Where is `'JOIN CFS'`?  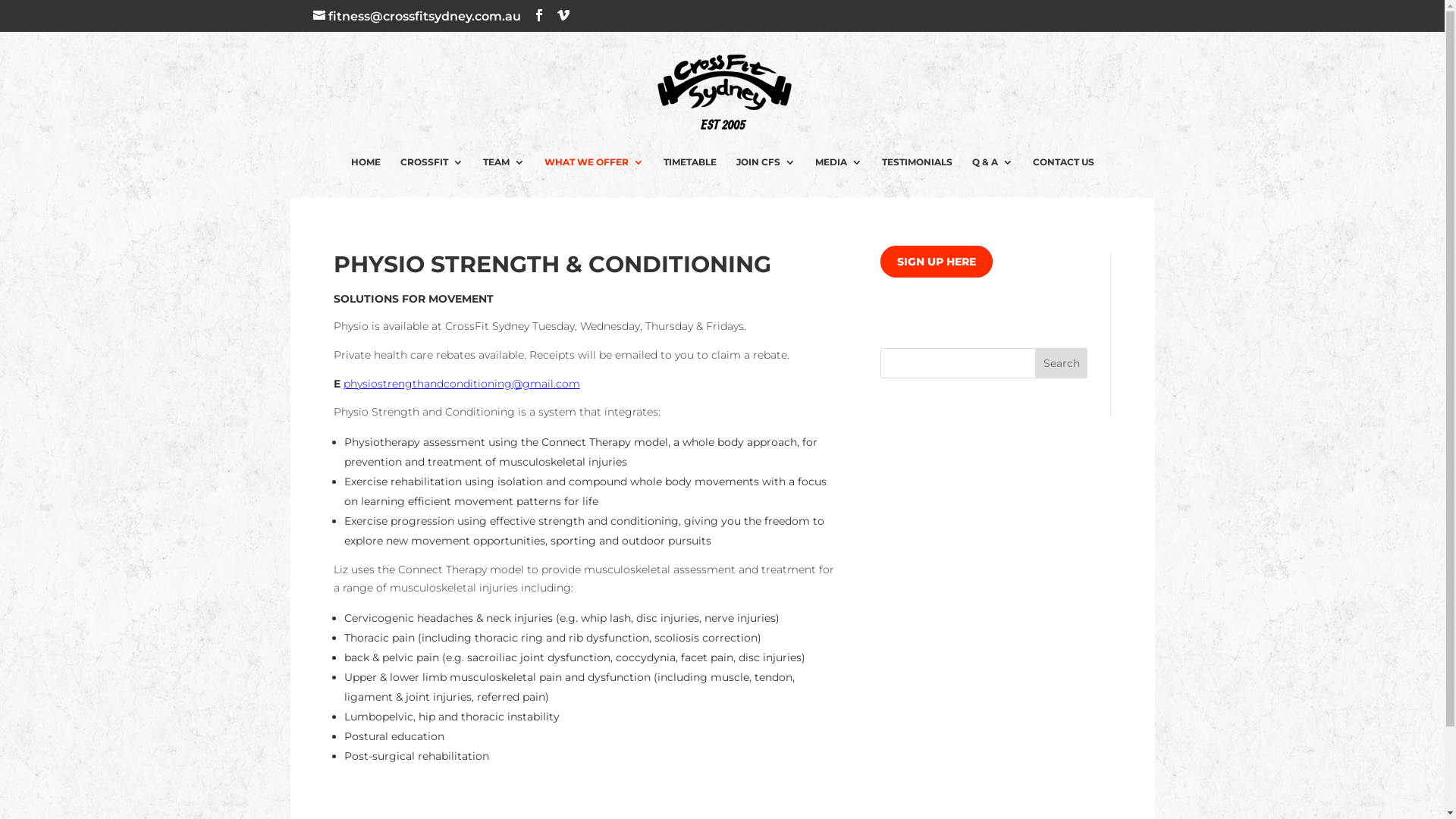 'JOIN CFS' is located at coordinates (764, 166).